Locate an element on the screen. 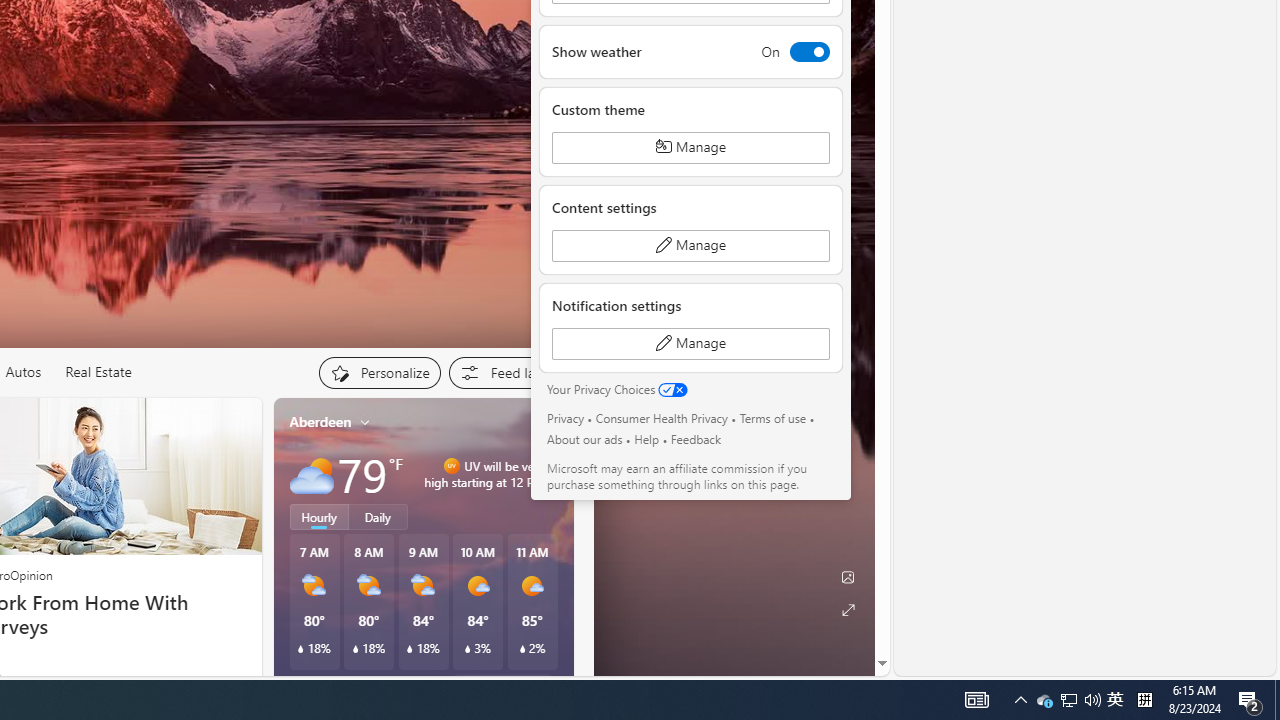  'Aberdeen' is located at coordinates (320, 421).